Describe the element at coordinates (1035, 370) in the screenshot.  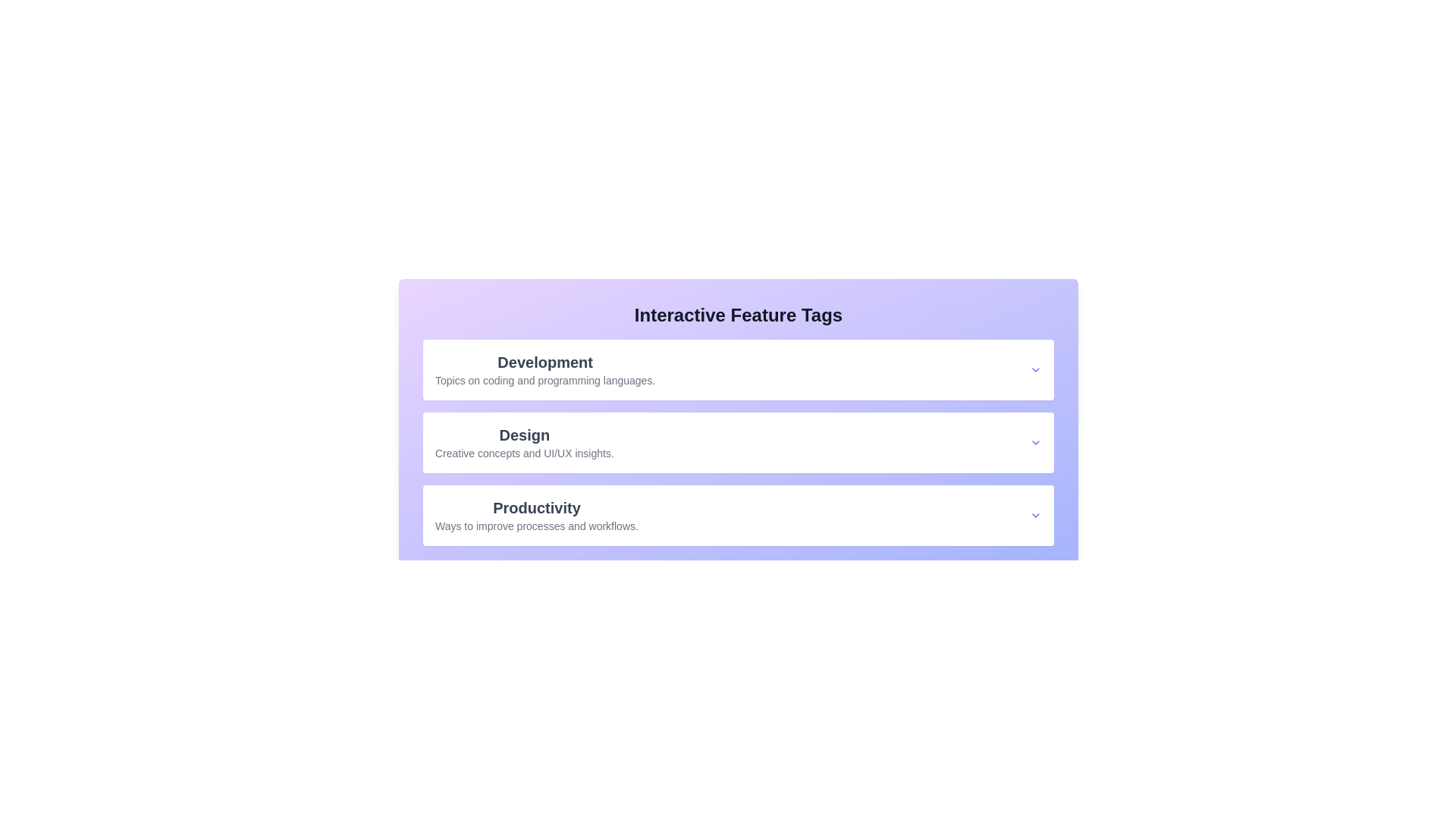
I see `the interactive dropdown toggle button located to the far right of the 'Development' heading` at that location.